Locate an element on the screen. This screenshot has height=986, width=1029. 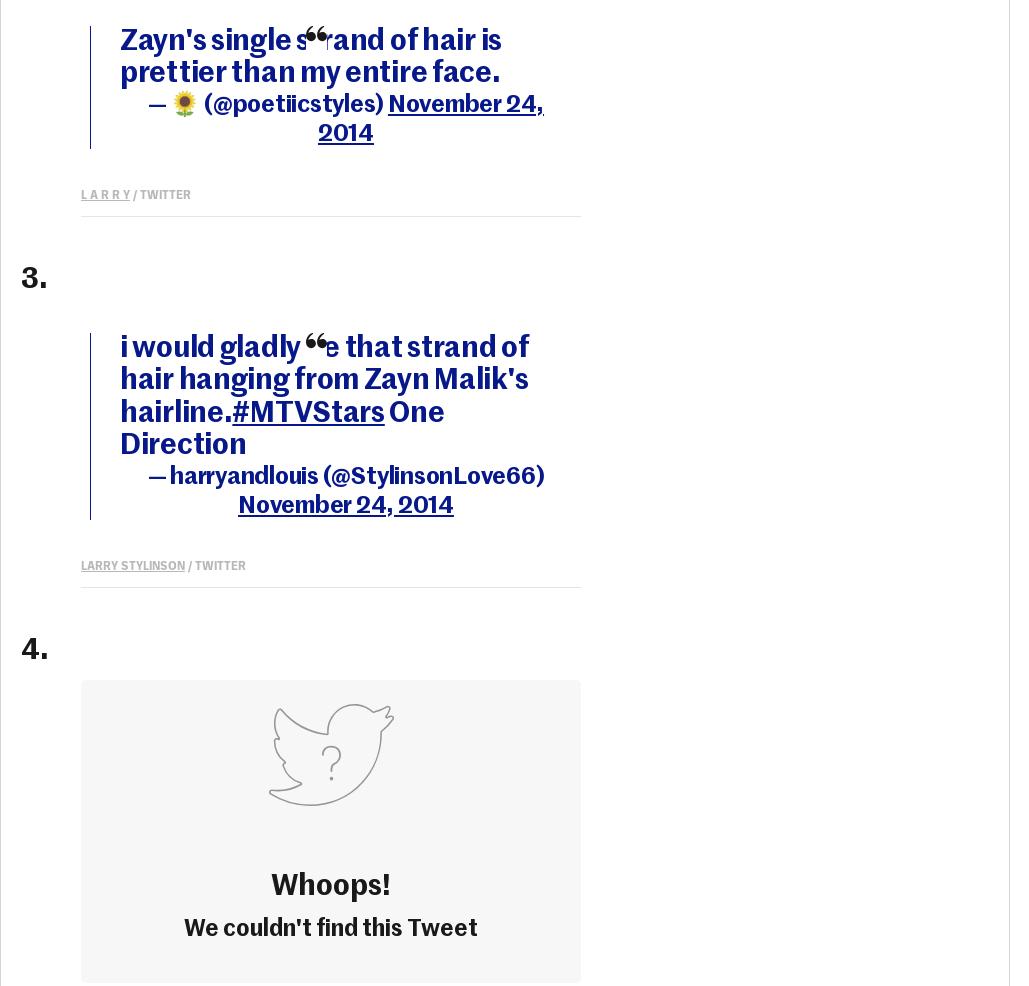
'3.' is located at coordinates (34, 279).